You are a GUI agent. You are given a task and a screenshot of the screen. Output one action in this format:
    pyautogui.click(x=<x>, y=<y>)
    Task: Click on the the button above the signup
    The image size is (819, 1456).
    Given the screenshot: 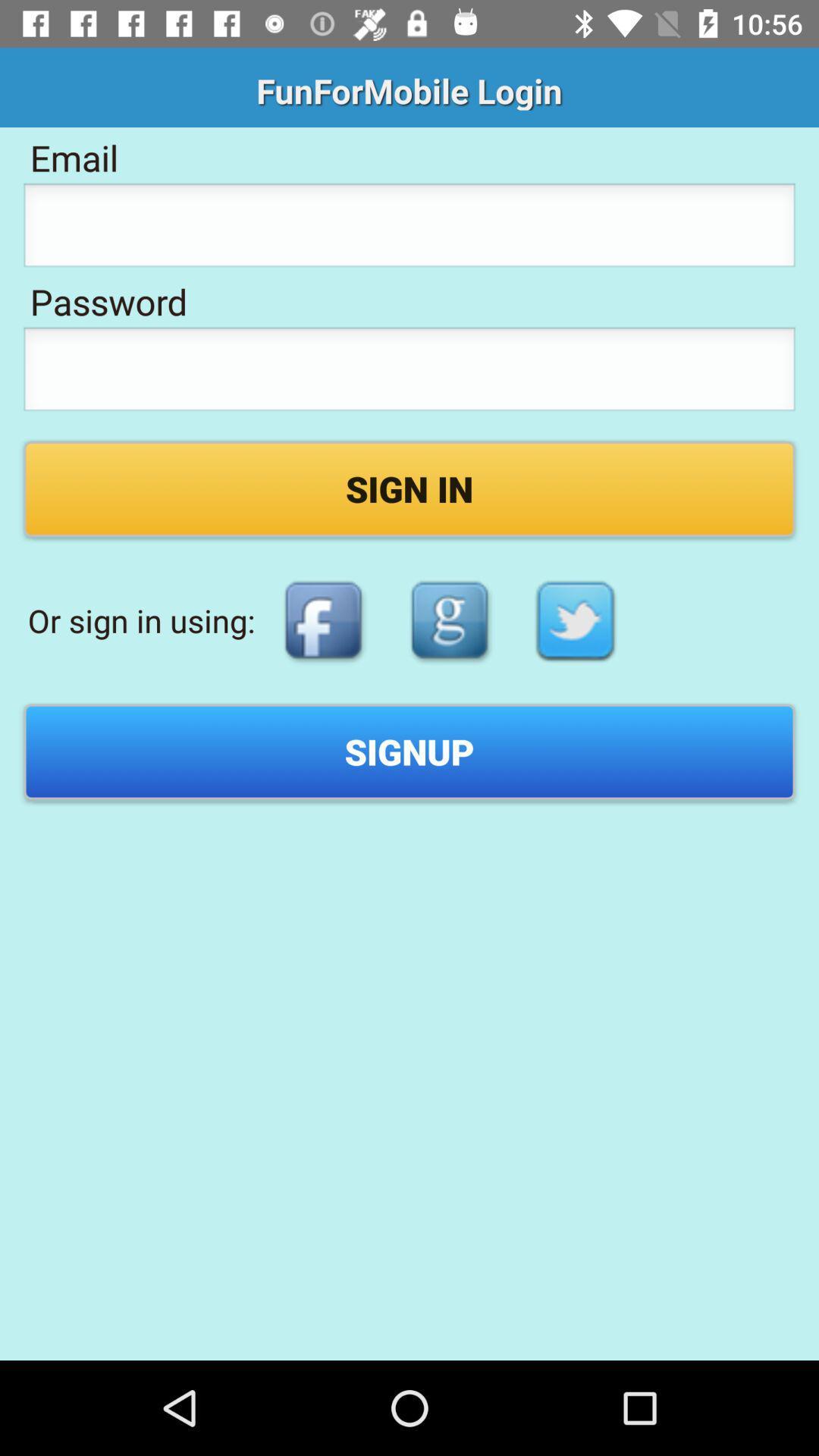 What is the action you would take?
    pyautogui.click(x=322, y=620)
    